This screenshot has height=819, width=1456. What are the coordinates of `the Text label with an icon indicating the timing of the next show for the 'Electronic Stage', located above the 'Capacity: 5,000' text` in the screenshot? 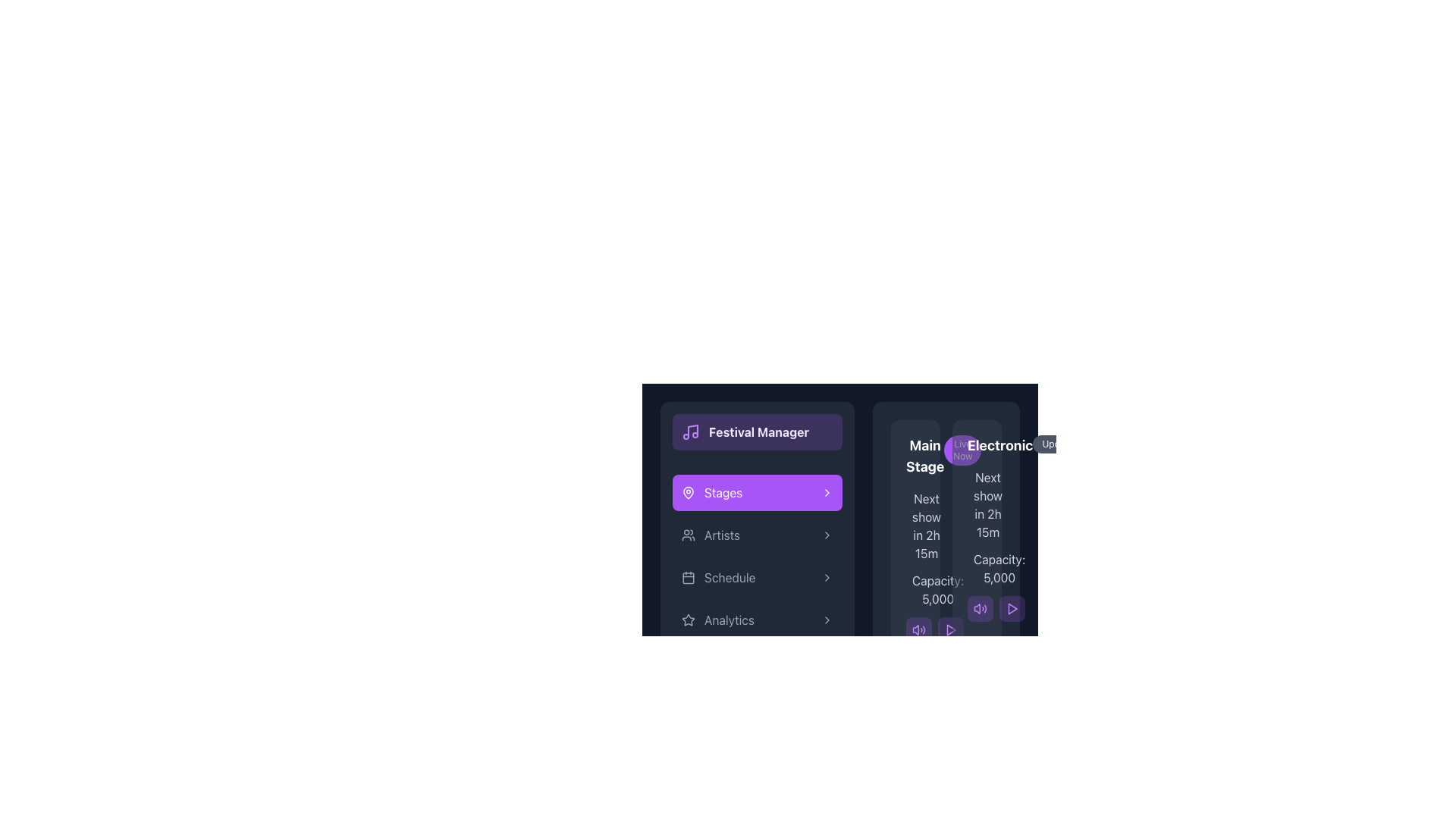 It's located at (977, 505).